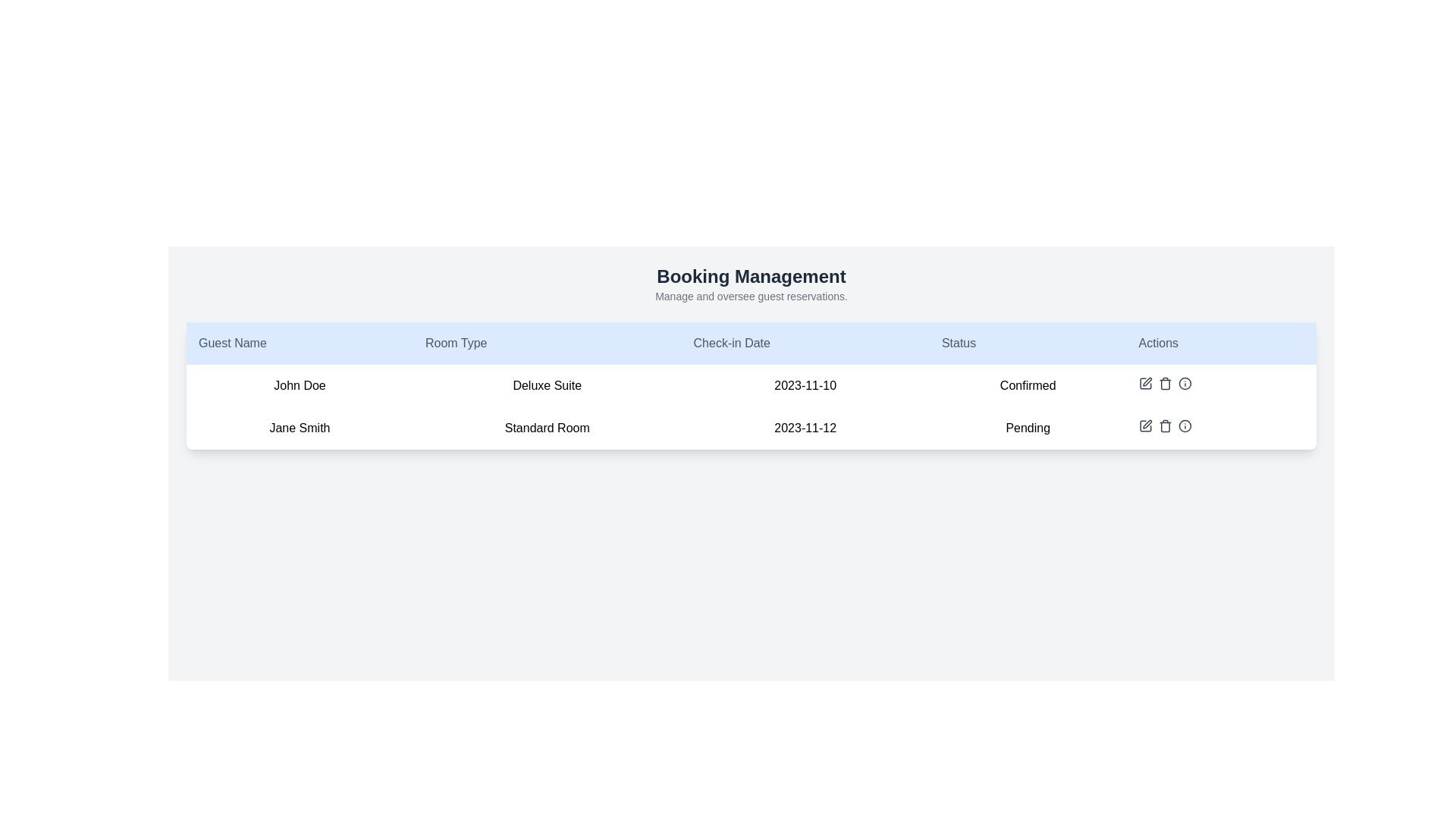  Describe the element at coordinates (751, 343) in the screenshot. I see `text content of the Table Header Row, which includes the columns 'Guest Name', 'Room Type', 'Check-in Date', 'Status', and 'Actions'` at that location.